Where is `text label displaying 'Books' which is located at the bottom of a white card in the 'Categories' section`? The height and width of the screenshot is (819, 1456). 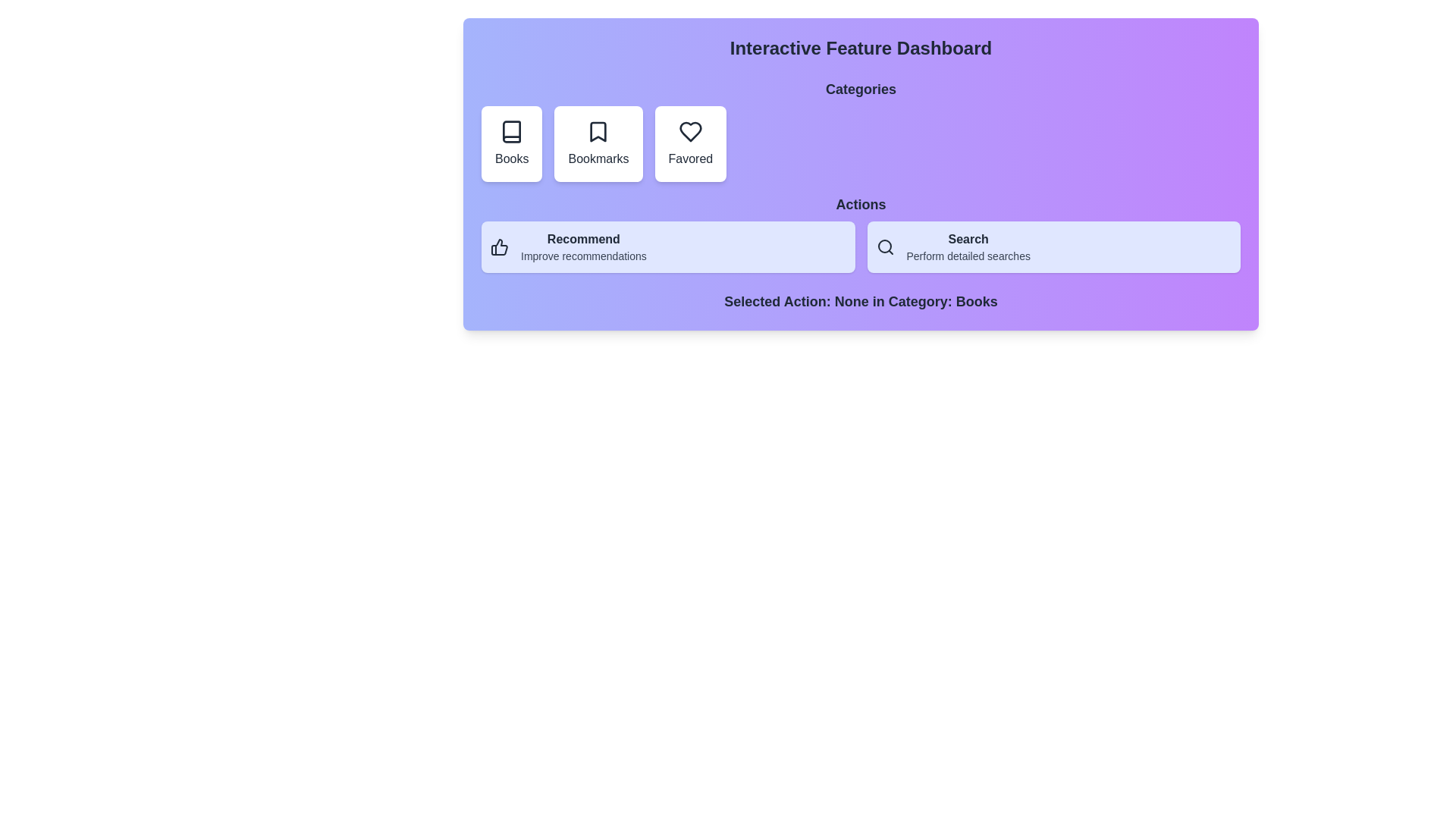 text label displaying 'Books' which is located at the bottom of a white card in the 'Categories' section is located at coordinates (512, 158).